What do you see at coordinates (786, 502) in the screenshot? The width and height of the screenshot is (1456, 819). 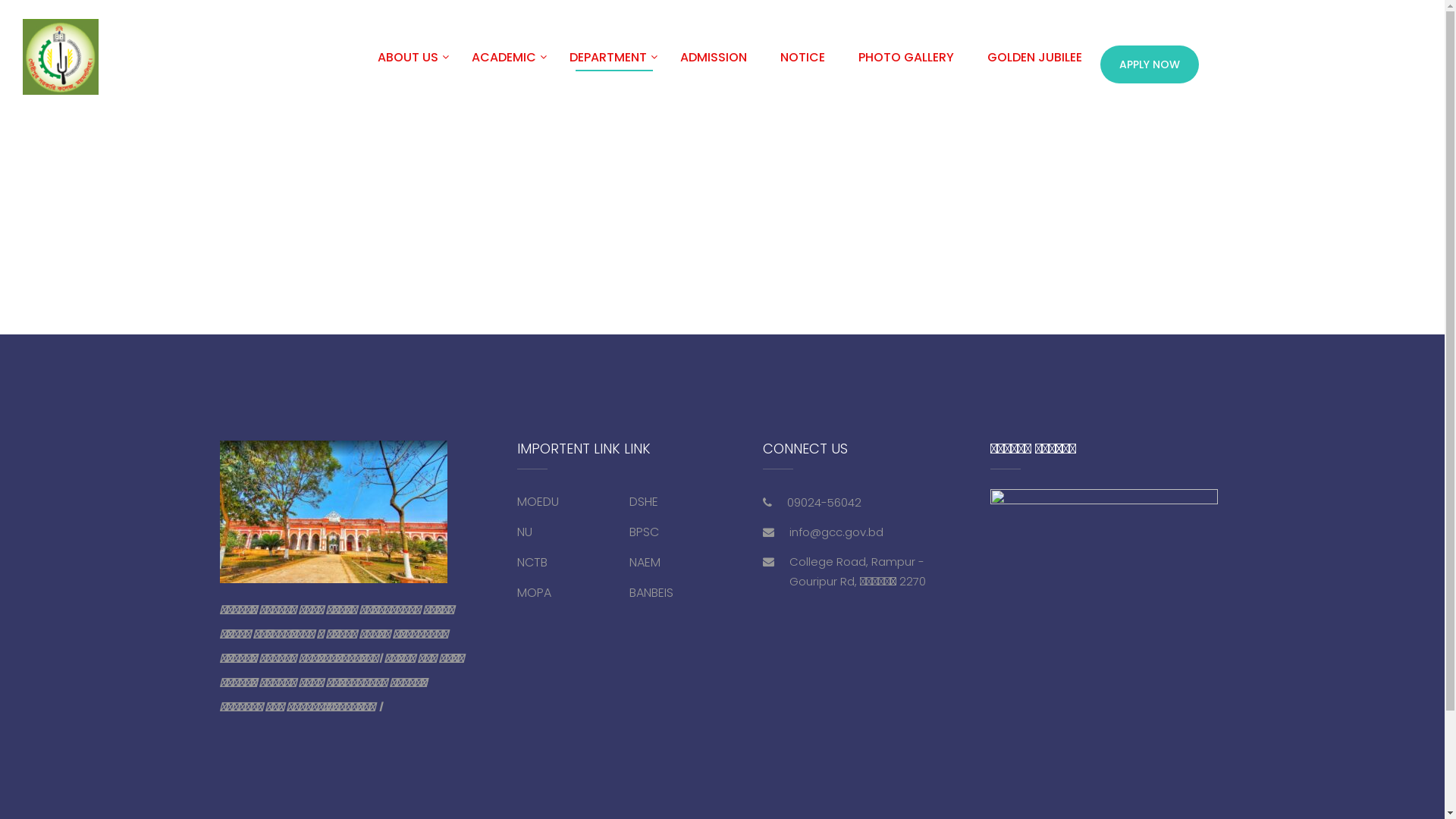 I see `'09024-56042'` at bounding box center [786, 502].